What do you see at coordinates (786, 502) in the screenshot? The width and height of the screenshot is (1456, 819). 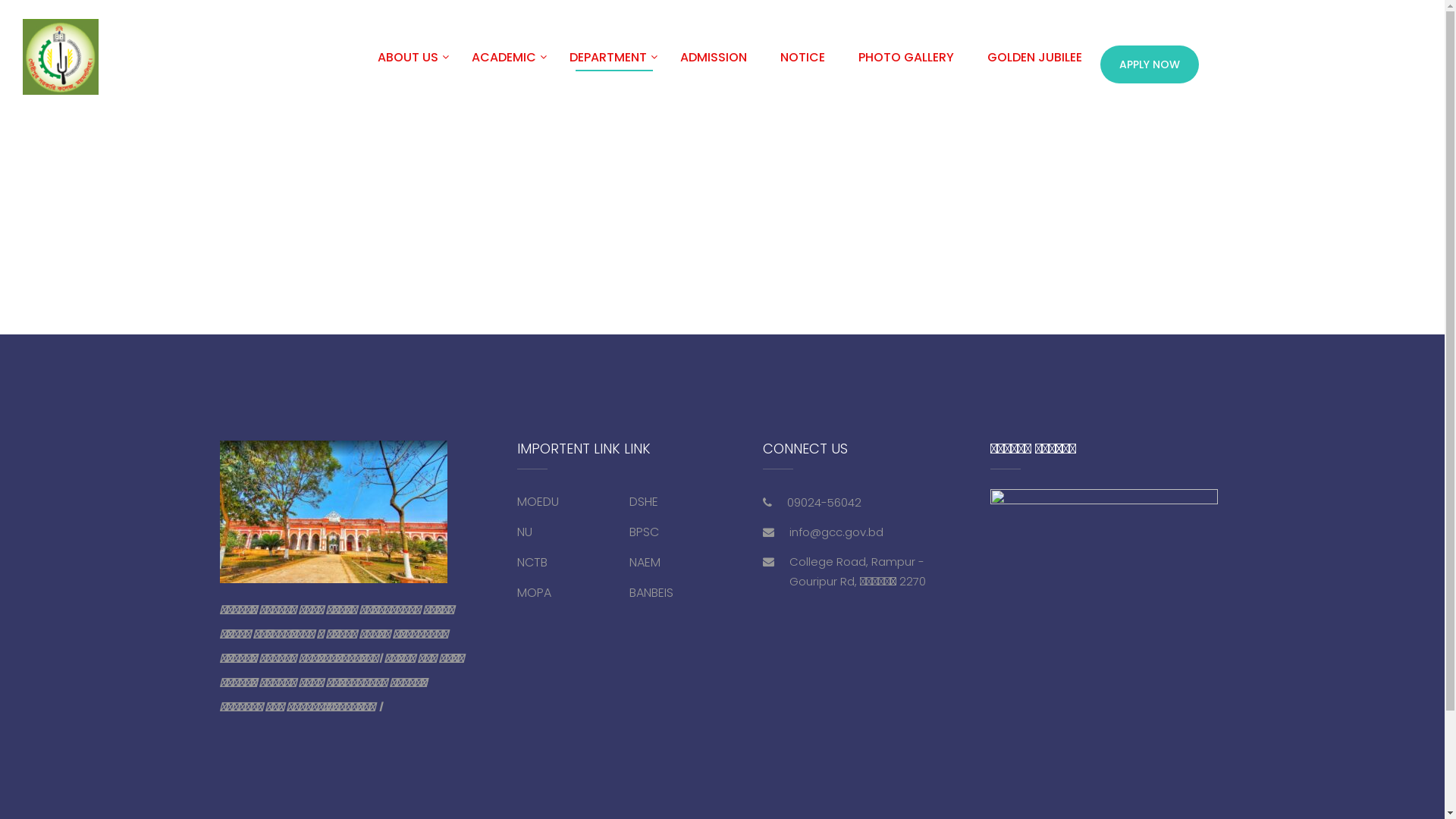 I see `'09024-56042'` at bounding box center [786, 502].